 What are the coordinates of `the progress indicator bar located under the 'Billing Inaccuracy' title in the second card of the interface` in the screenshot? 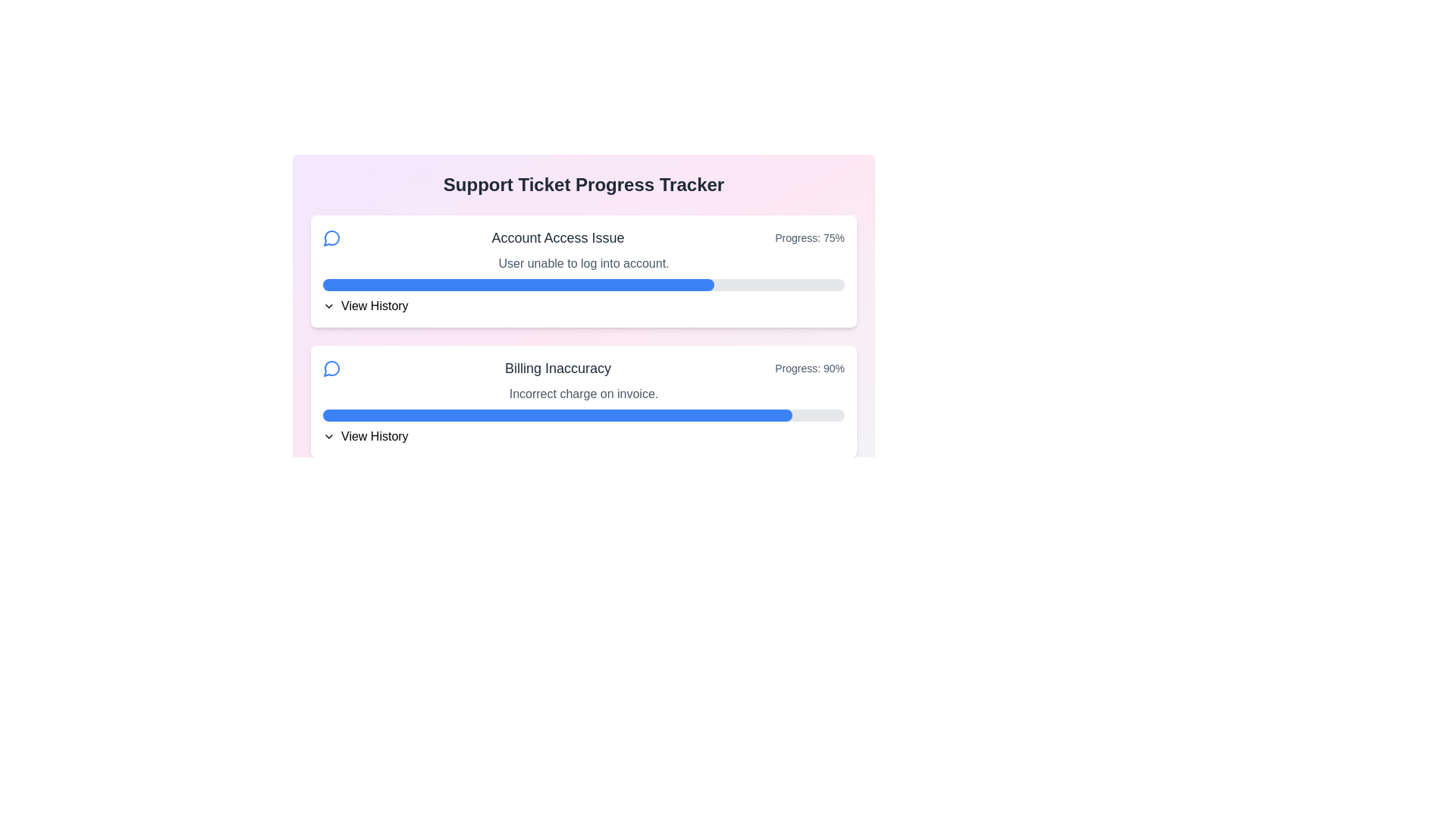 It's located at (557, 415).